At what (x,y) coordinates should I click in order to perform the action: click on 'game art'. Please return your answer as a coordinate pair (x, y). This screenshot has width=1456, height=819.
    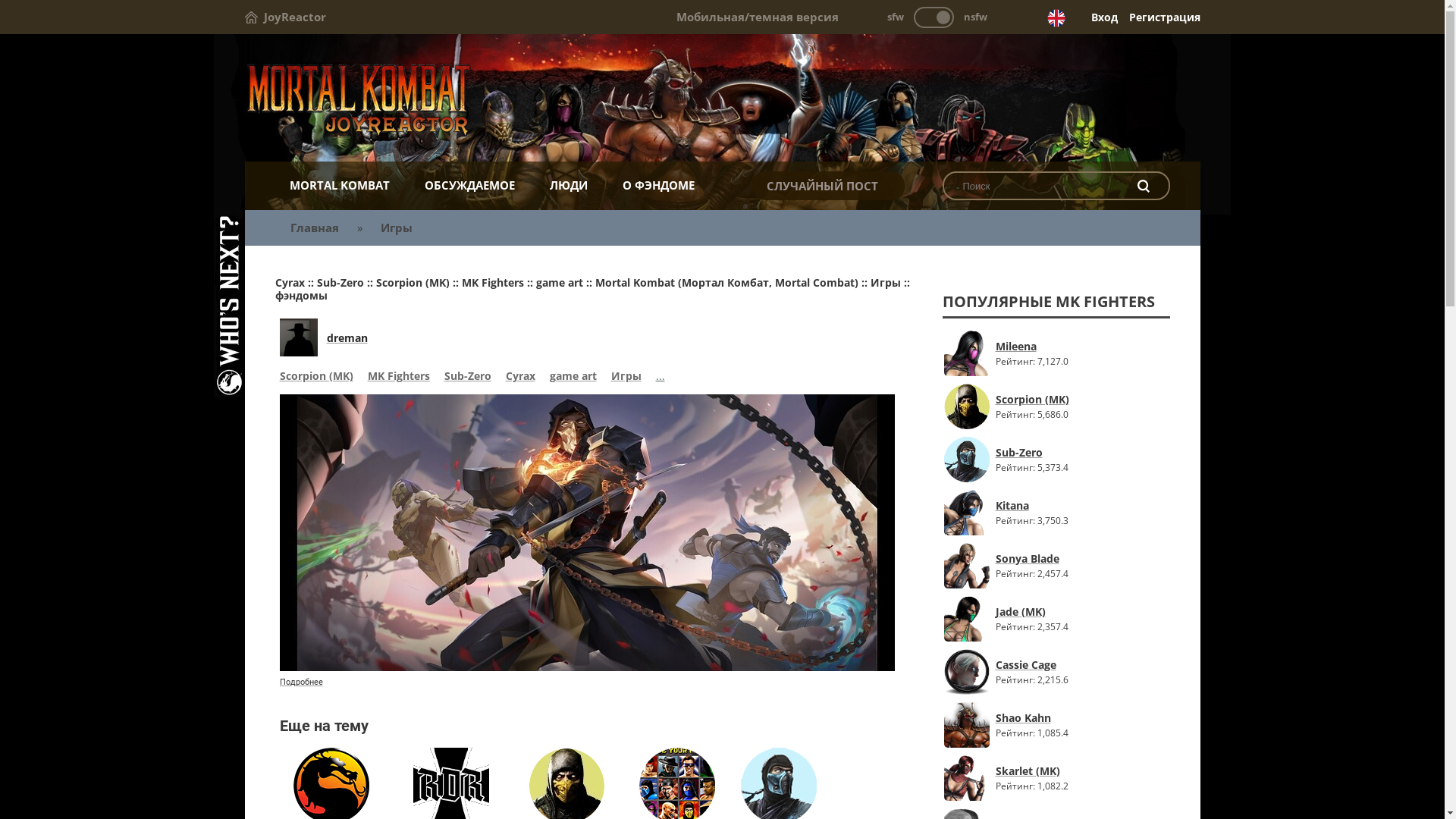
    Looking at the image, I should click on (571, 376).